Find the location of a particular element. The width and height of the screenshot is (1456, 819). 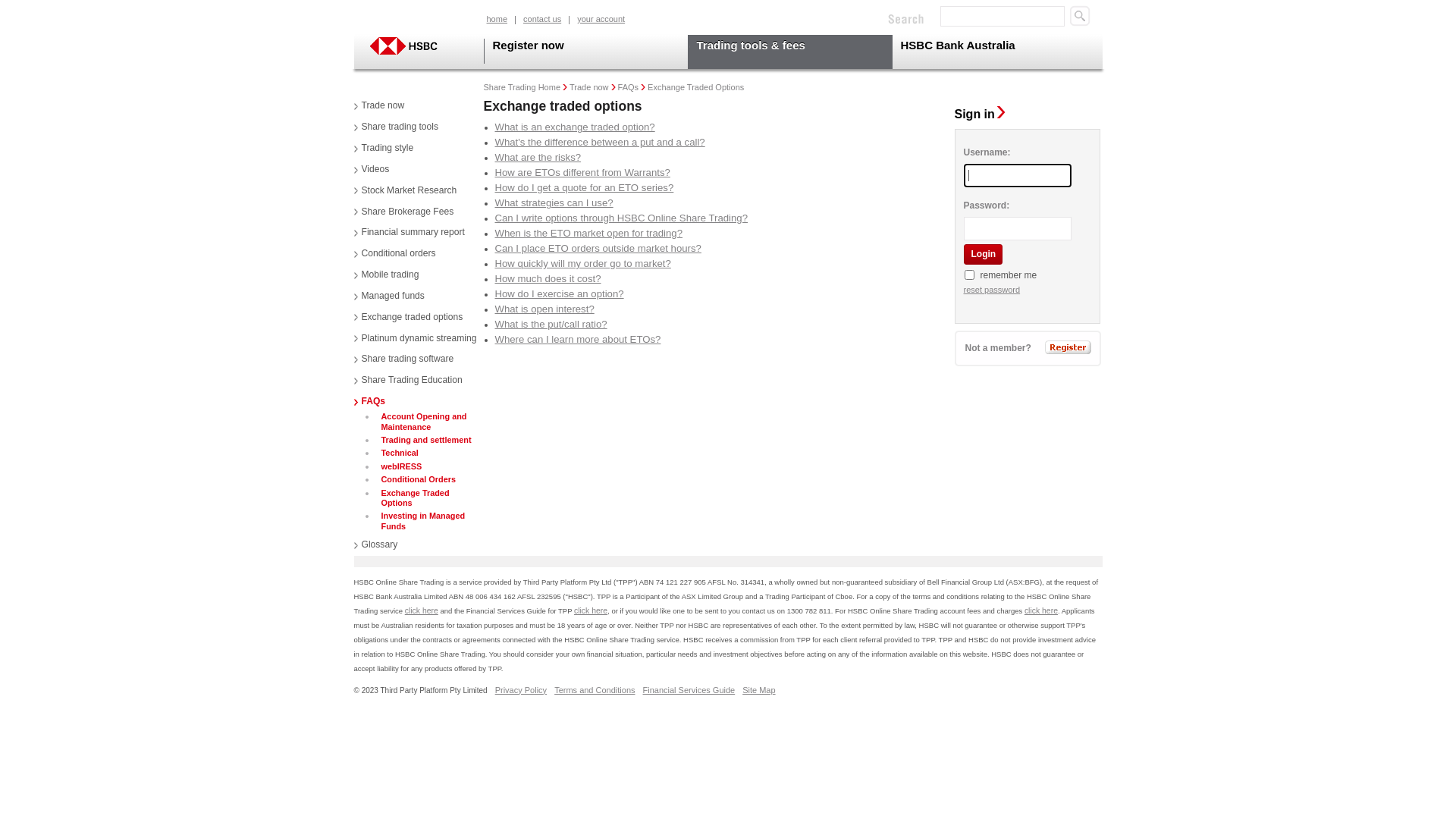

'What are the risks?' is located at coordinates (538, 157).